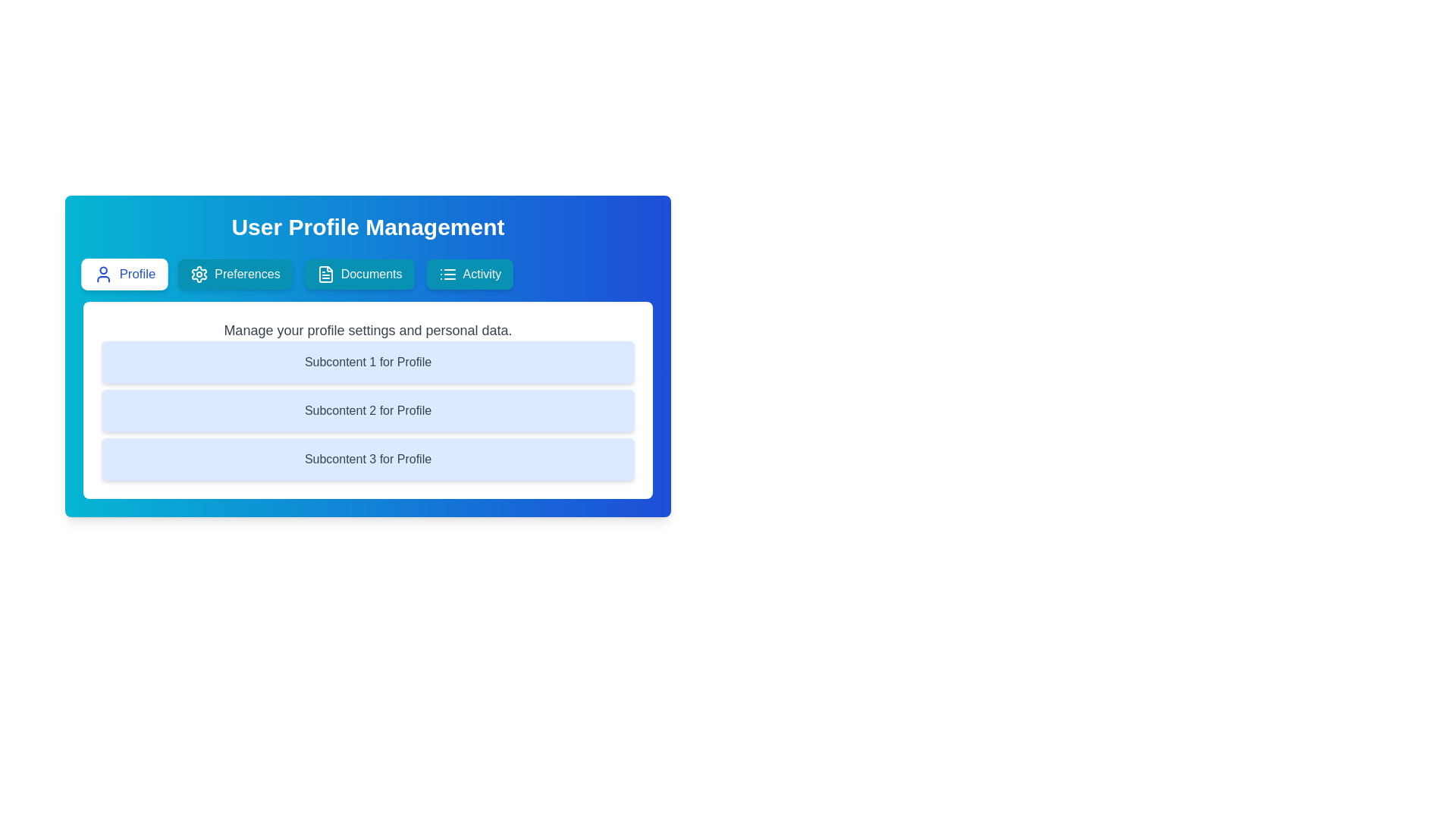 This screenshot has height=819, width=1456. I want to click on the user profile icon, so click(102, 275).